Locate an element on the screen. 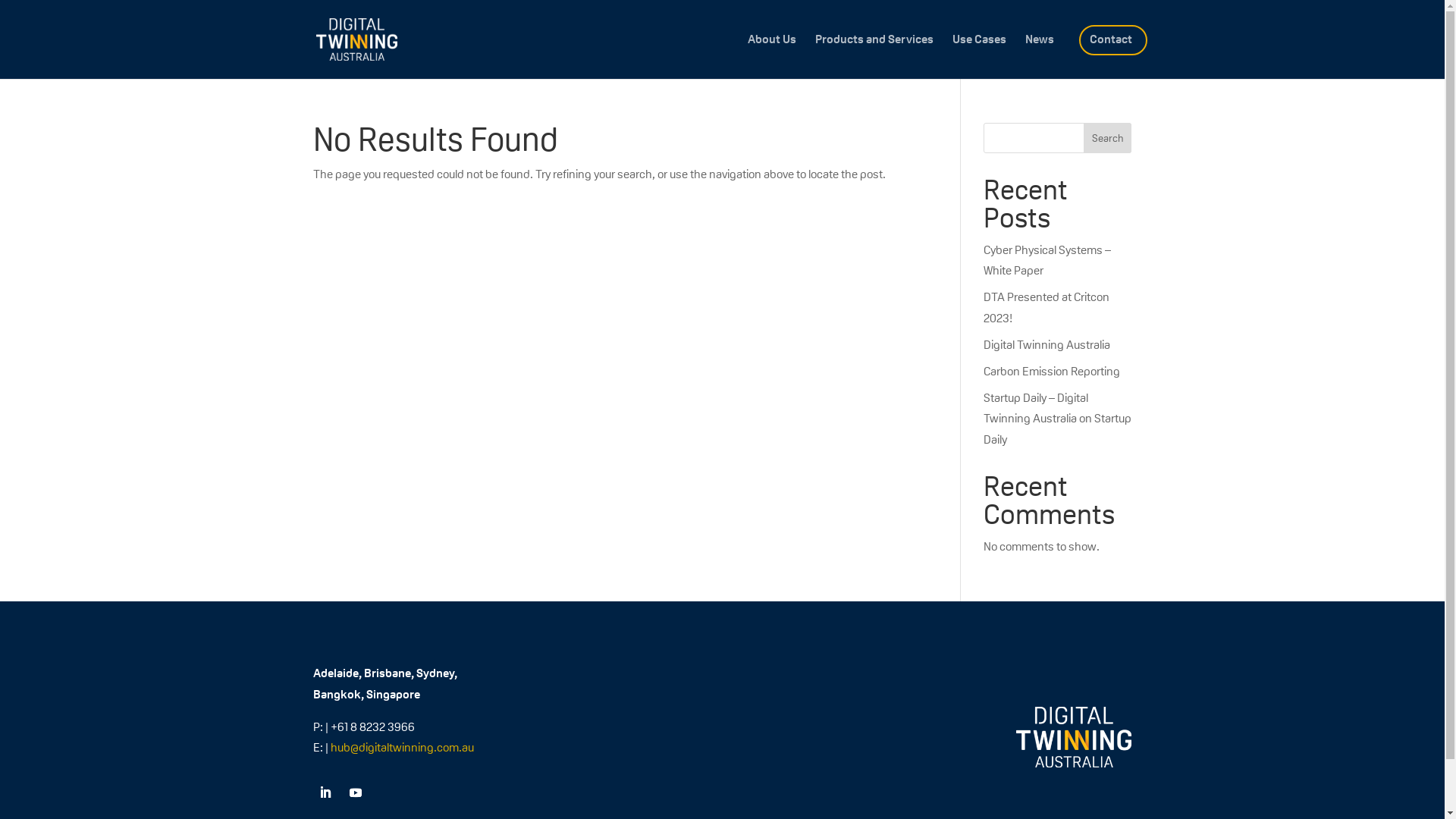 Image resolution: width=1456 pixels, height=819 pixels. 'Carbon Emission Reporting' is located at coordinates (983, 371).